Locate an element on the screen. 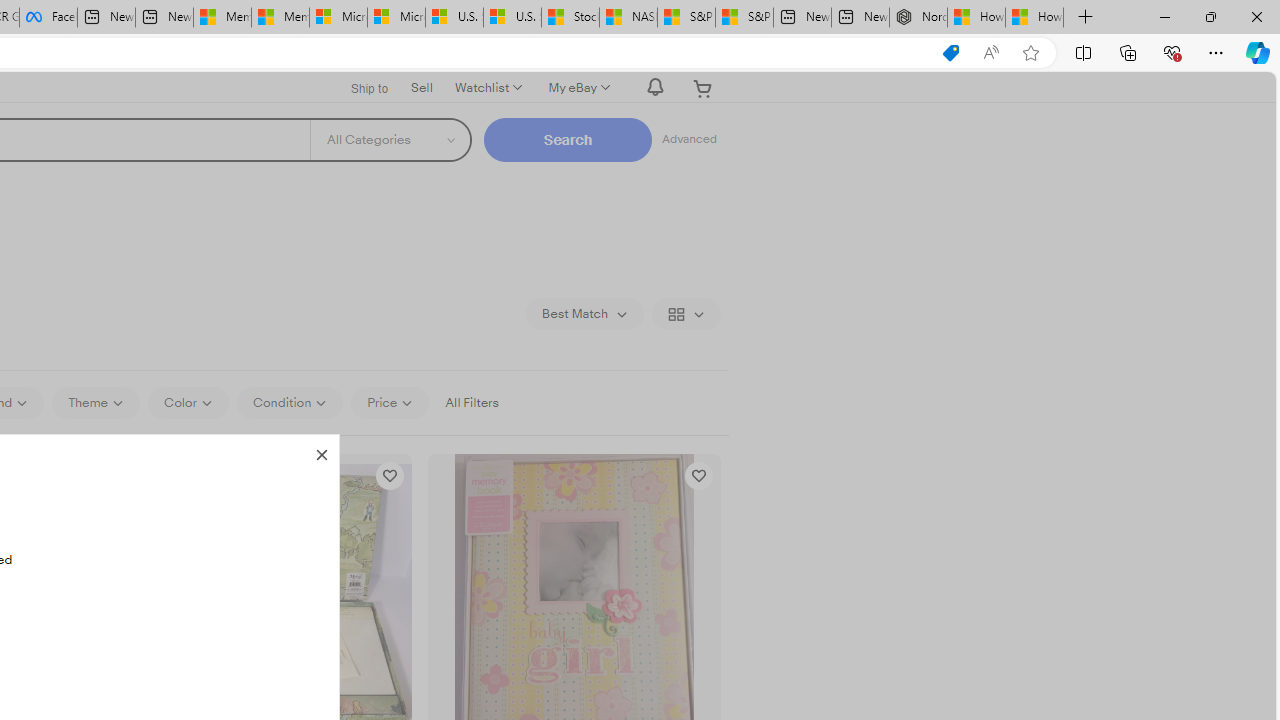 The height and width of the screenshot is (720, 1280). 'New Tab' is located at coordinates (1085, 17).